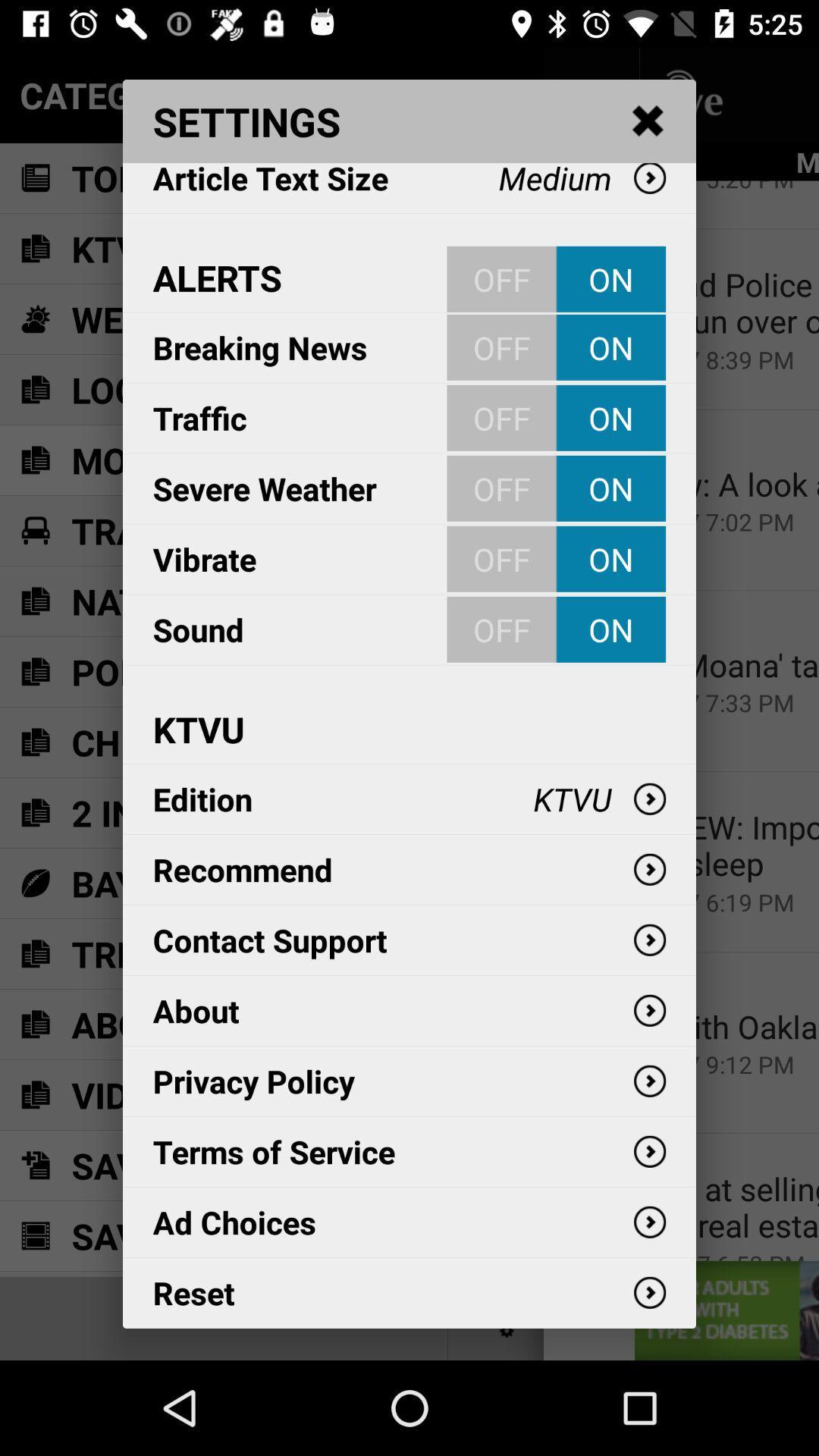  What do you see at coordinates (648, 121) in the screenshot?
I see `item to the right of settings item` at bounding box center [648, 121].